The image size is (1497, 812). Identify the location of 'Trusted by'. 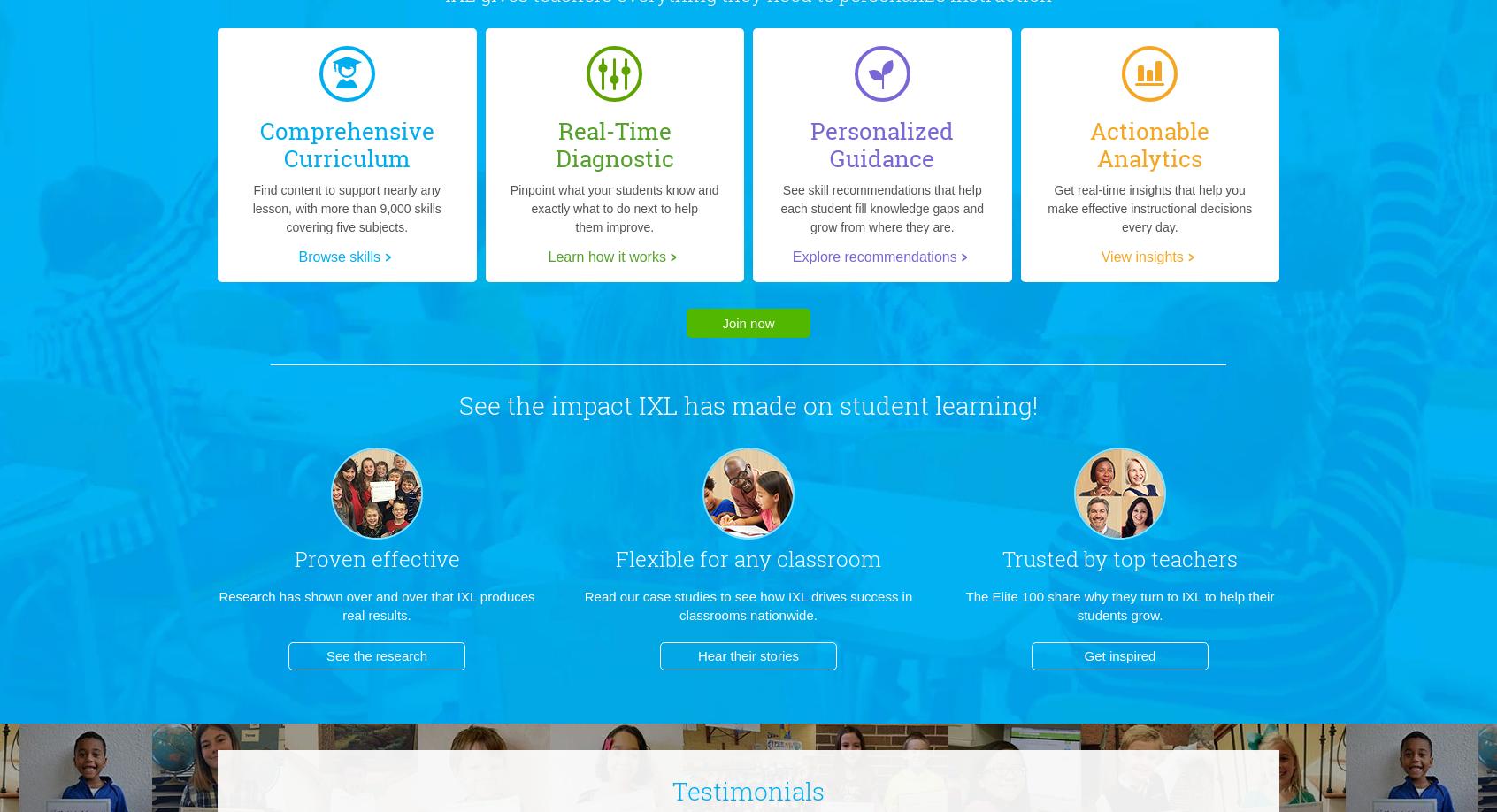
(1054, 558).